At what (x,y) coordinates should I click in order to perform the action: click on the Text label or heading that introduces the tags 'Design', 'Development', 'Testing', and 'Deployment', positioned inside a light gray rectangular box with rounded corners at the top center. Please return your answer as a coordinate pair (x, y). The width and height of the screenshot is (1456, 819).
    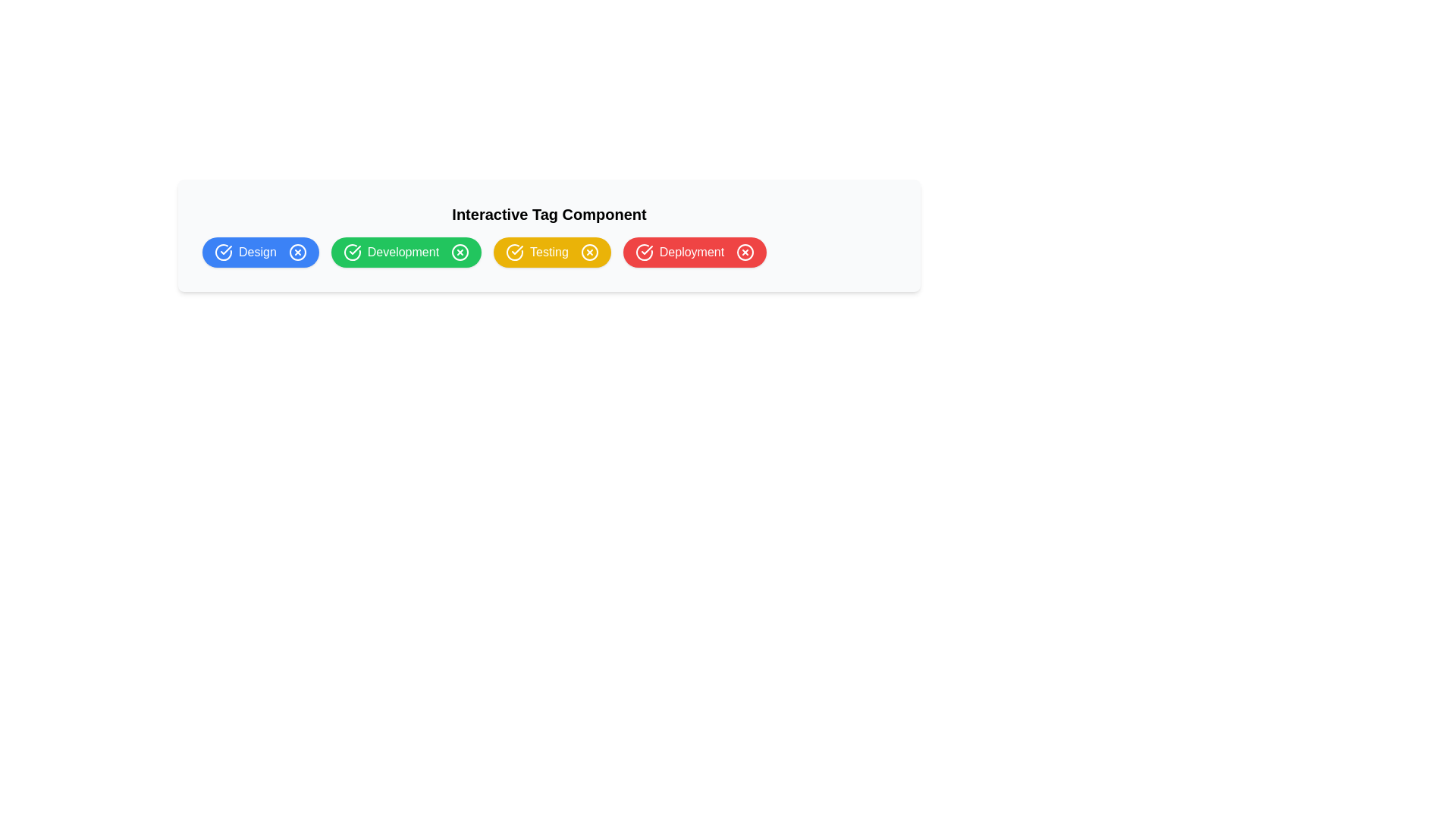
    Looking at the image, I should click on (548, 214).